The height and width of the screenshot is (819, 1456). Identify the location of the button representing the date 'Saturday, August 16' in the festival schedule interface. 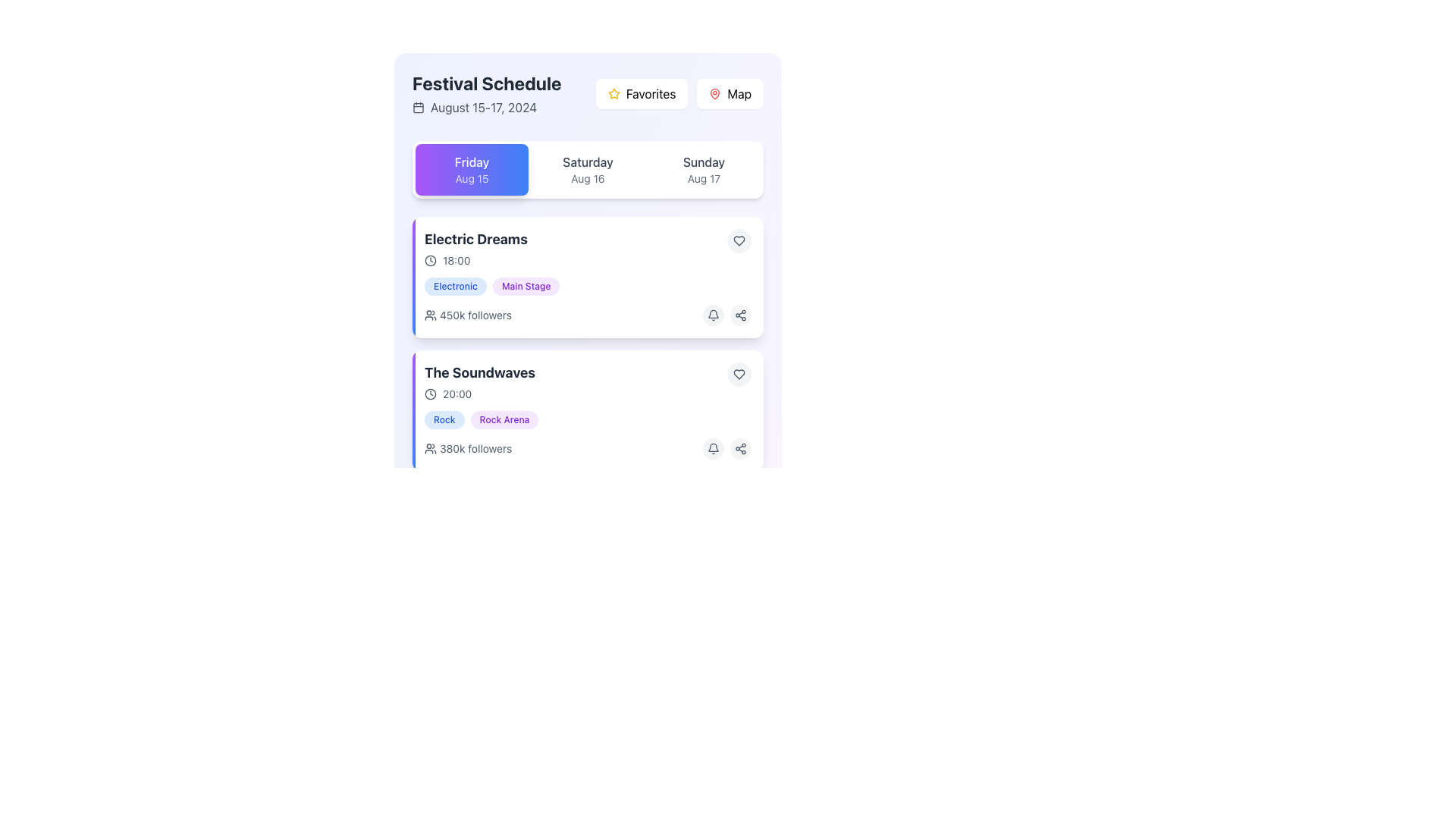
(587, 169).